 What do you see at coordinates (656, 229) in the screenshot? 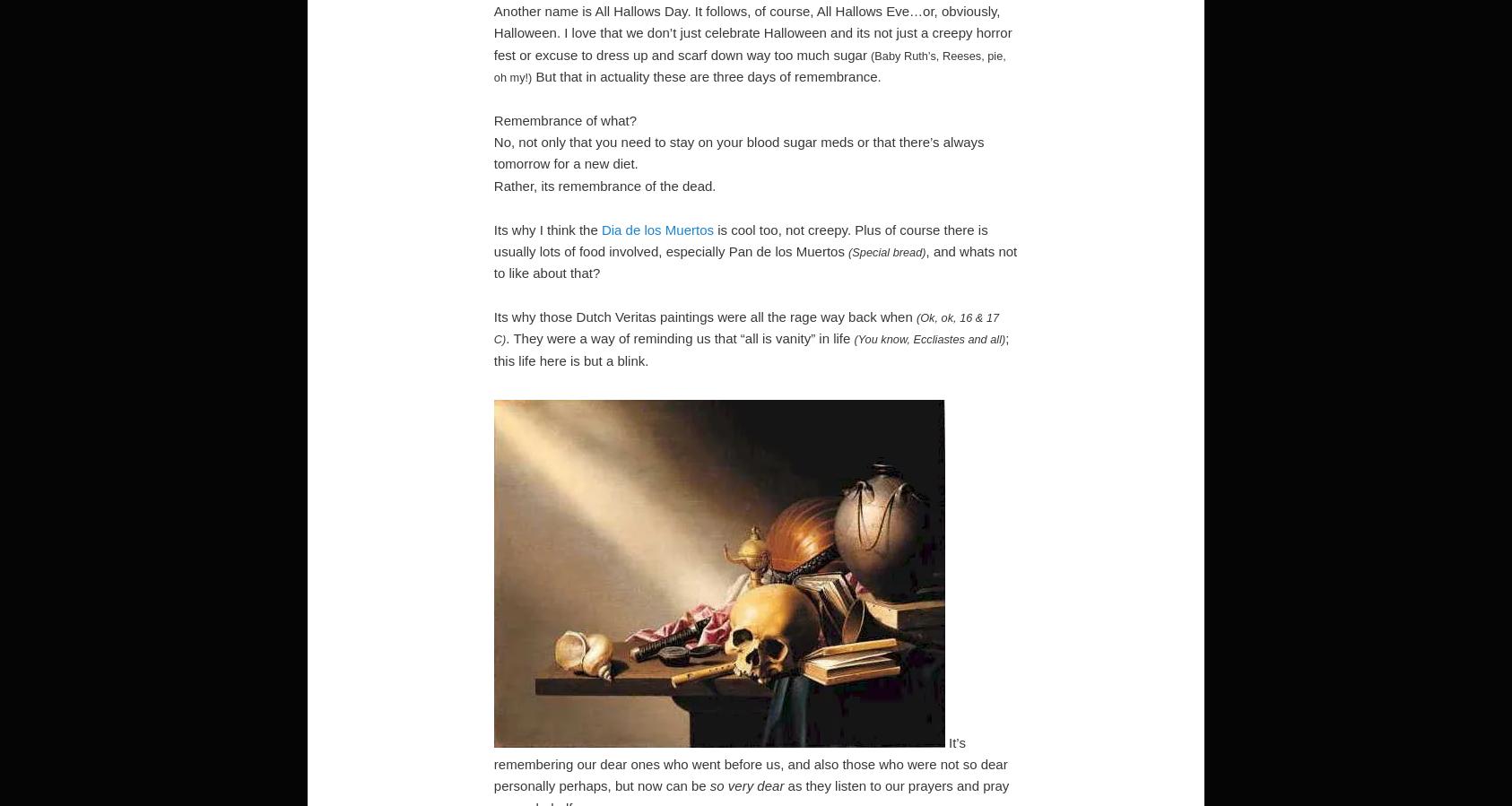
I see `'Dia de los Muertos'` at bounding box center [656, 229].